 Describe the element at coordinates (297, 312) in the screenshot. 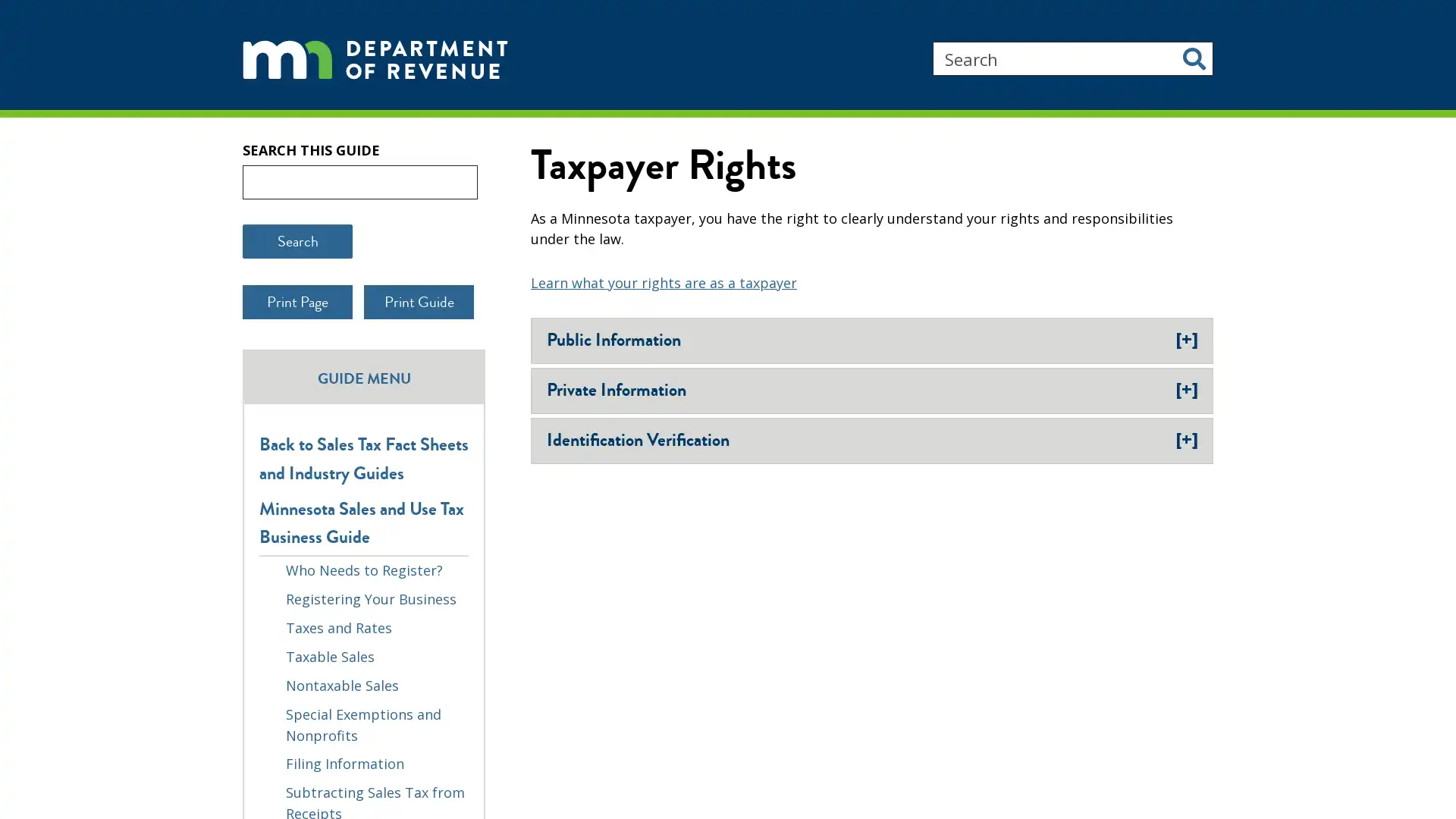

I see `Search` at that location.